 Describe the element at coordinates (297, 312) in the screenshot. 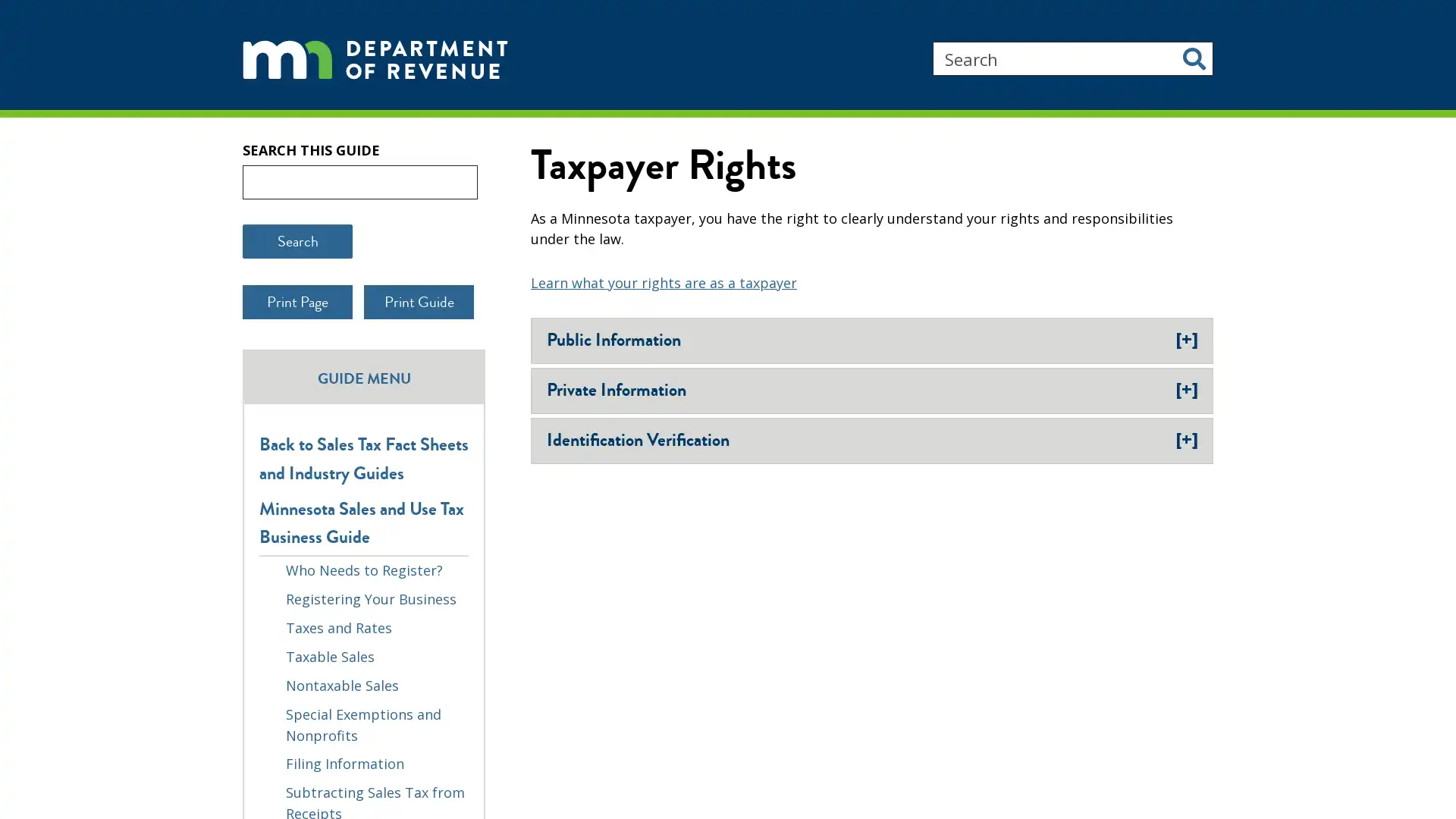

I see `Search` at that location.